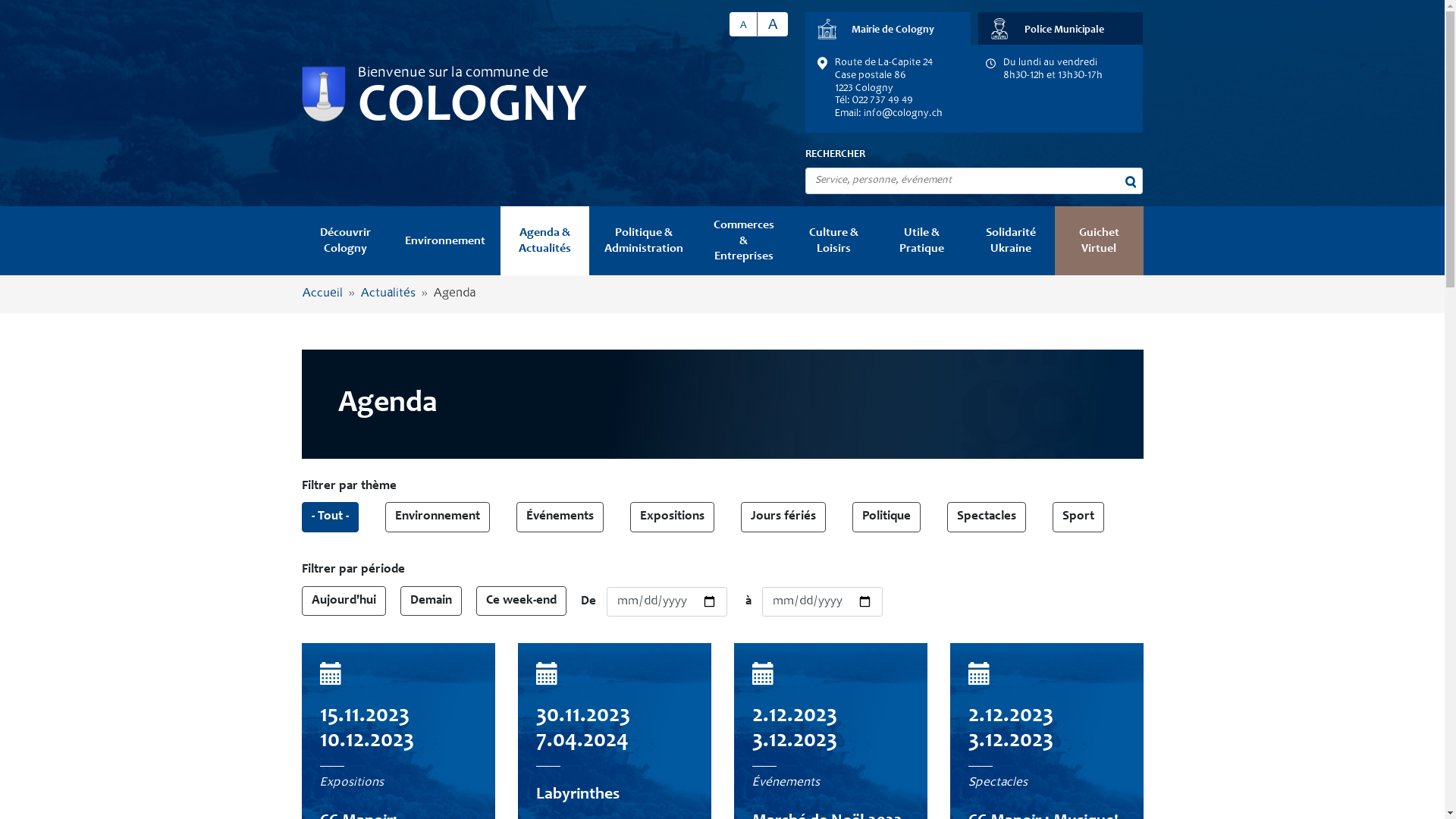  Describe the element at coordinates (1099, 240) in the screenshot. I see `'Guichet Virtuel'` at that location.